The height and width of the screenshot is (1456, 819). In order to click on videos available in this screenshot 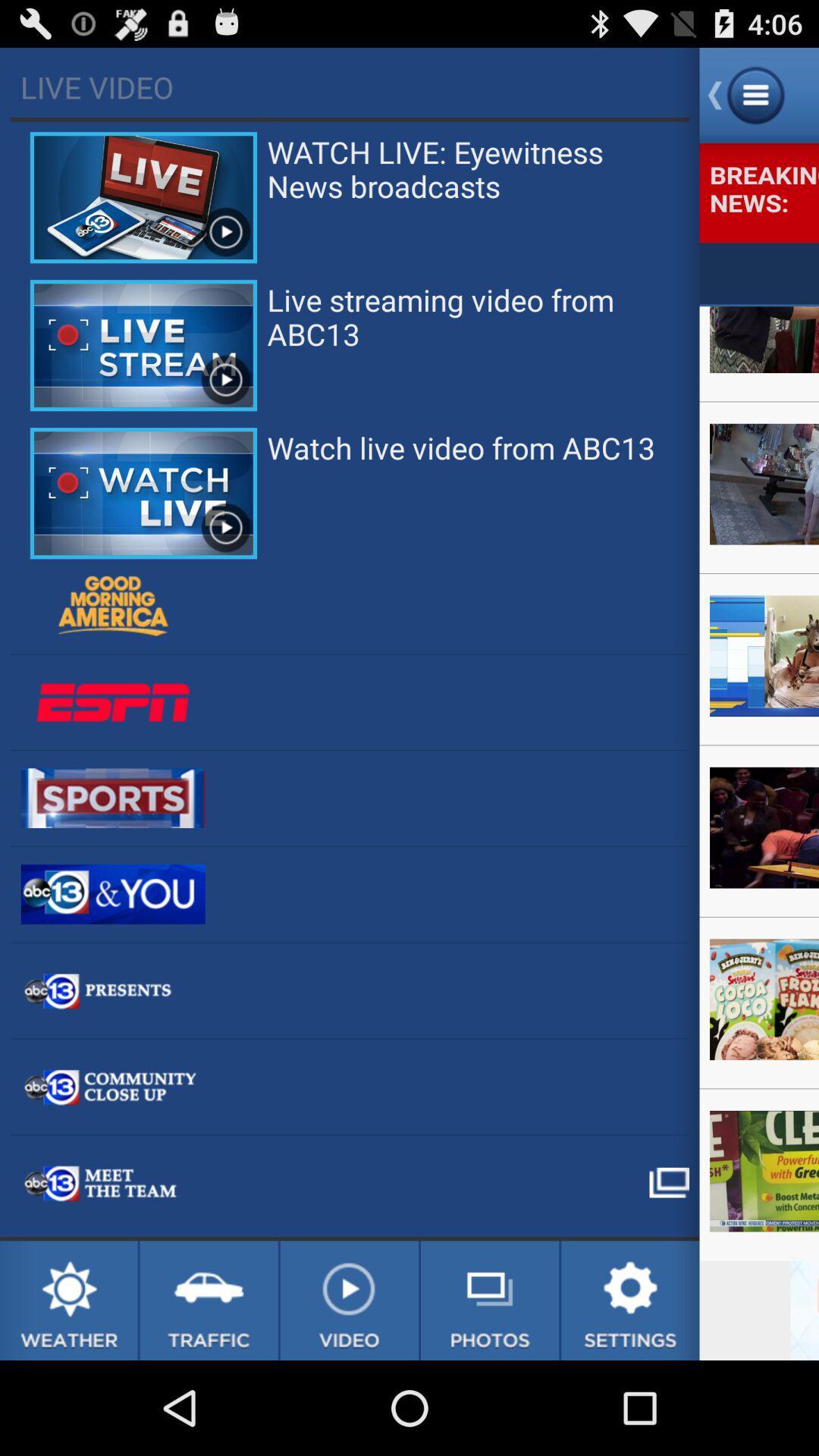, I will do `click(349, 1300)`.